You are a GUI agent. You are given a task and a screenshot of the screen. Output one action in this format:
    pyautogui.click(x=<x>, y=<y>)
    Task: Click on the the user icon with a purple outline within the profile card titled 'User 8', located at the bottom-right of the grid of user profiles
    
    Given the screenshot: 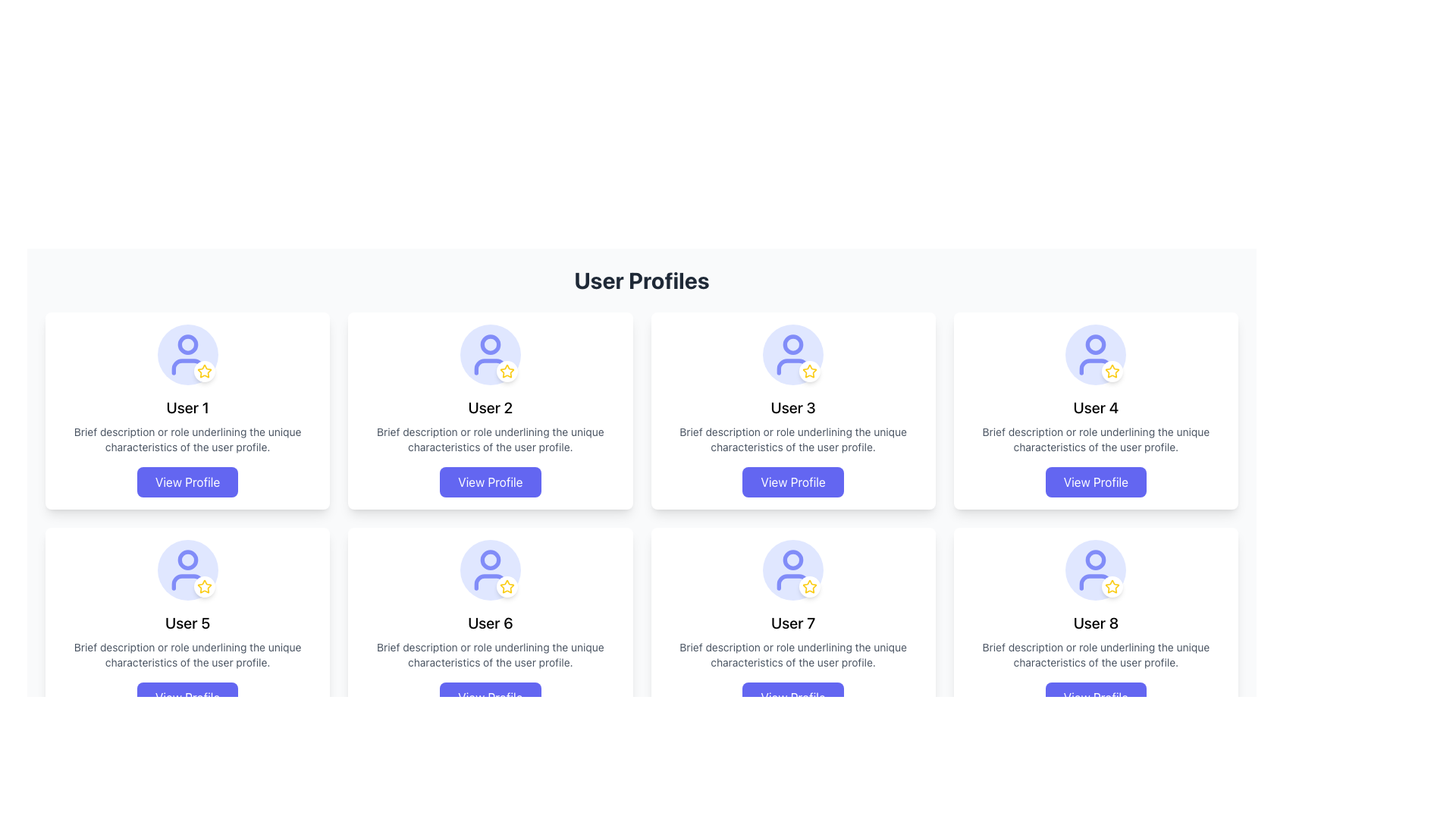 What is the action you would take?
    pyautogui.click(x=1096, y=570)
    